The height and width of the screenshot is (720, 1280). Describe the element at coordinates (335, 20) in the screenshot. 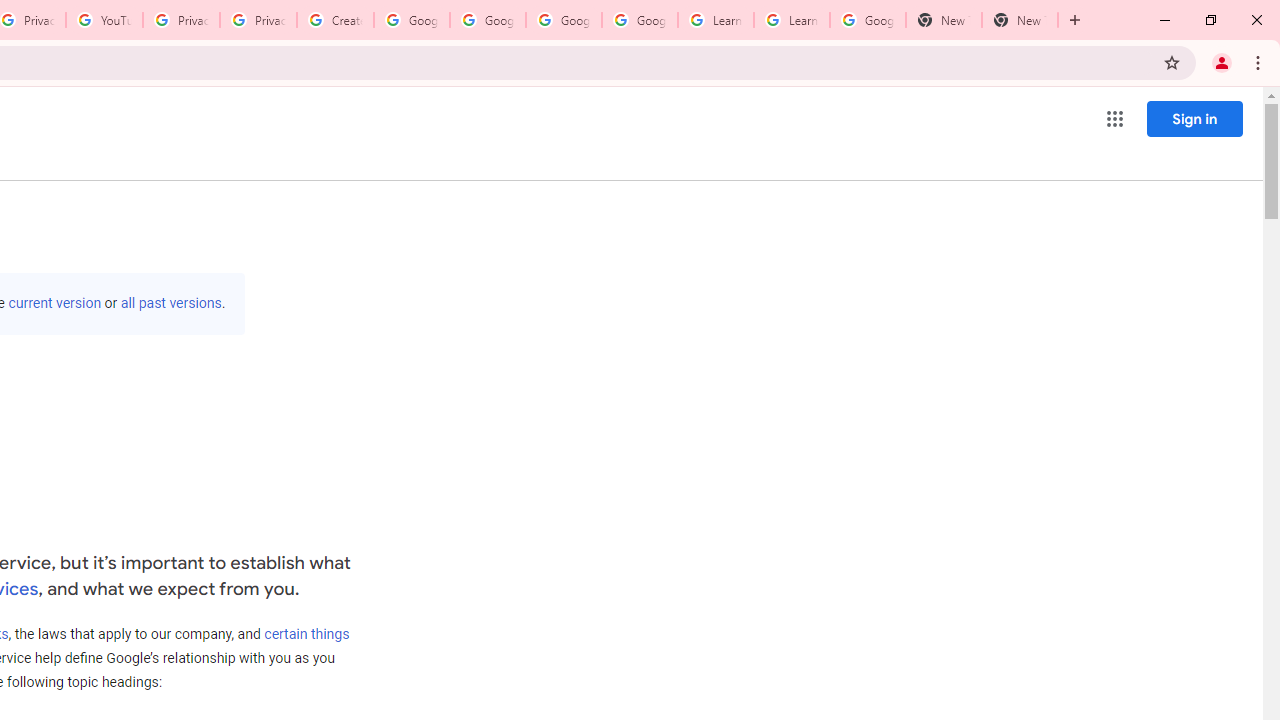

I see `'Create your Google Account'` at that location.